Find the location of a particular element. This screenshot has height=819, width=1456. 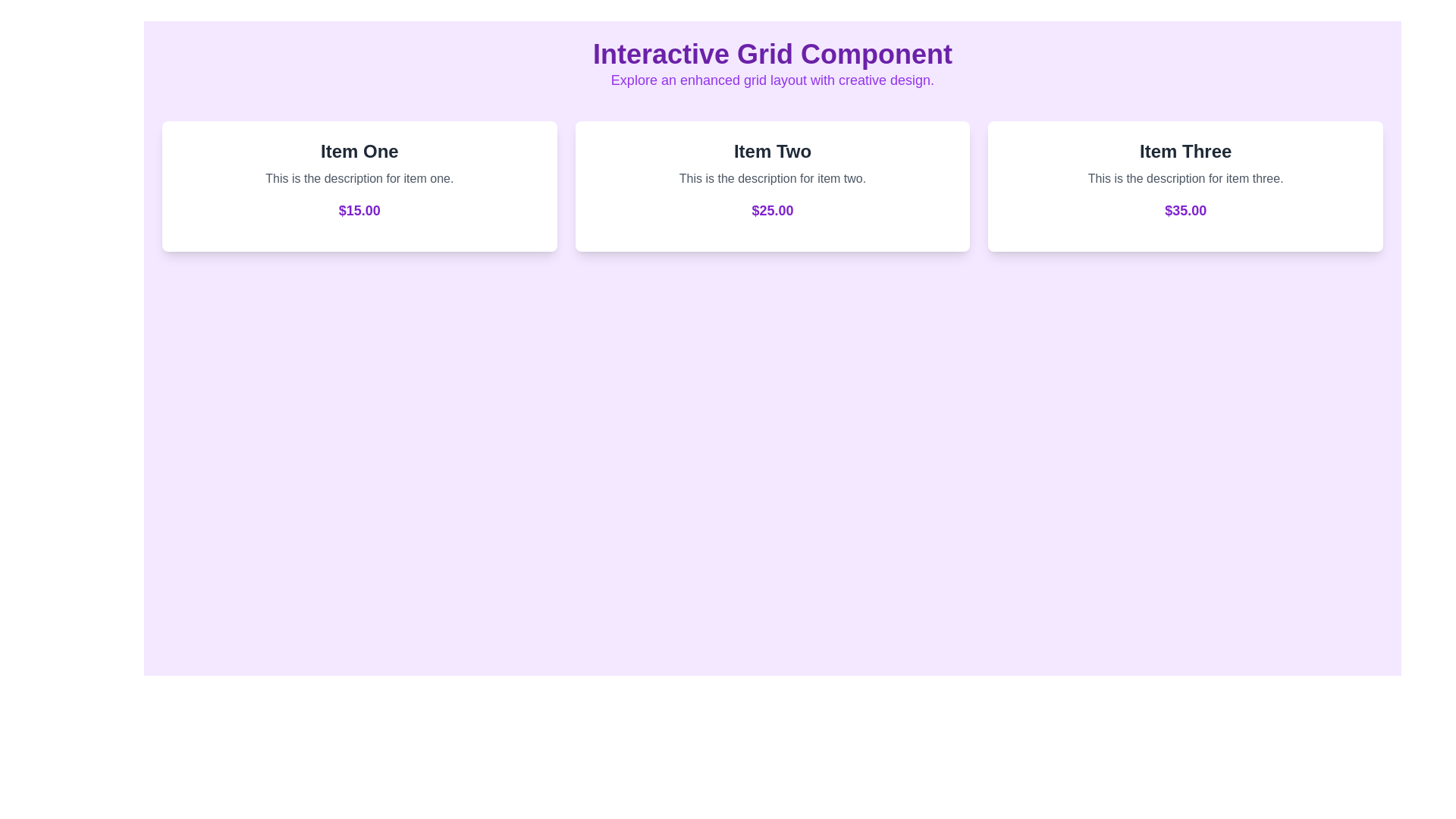

the text label that says 'Item One' which is styled with a bold, large font in black color and positioned at the top of a white card with rounded corners is located at coordinates (359, 152).